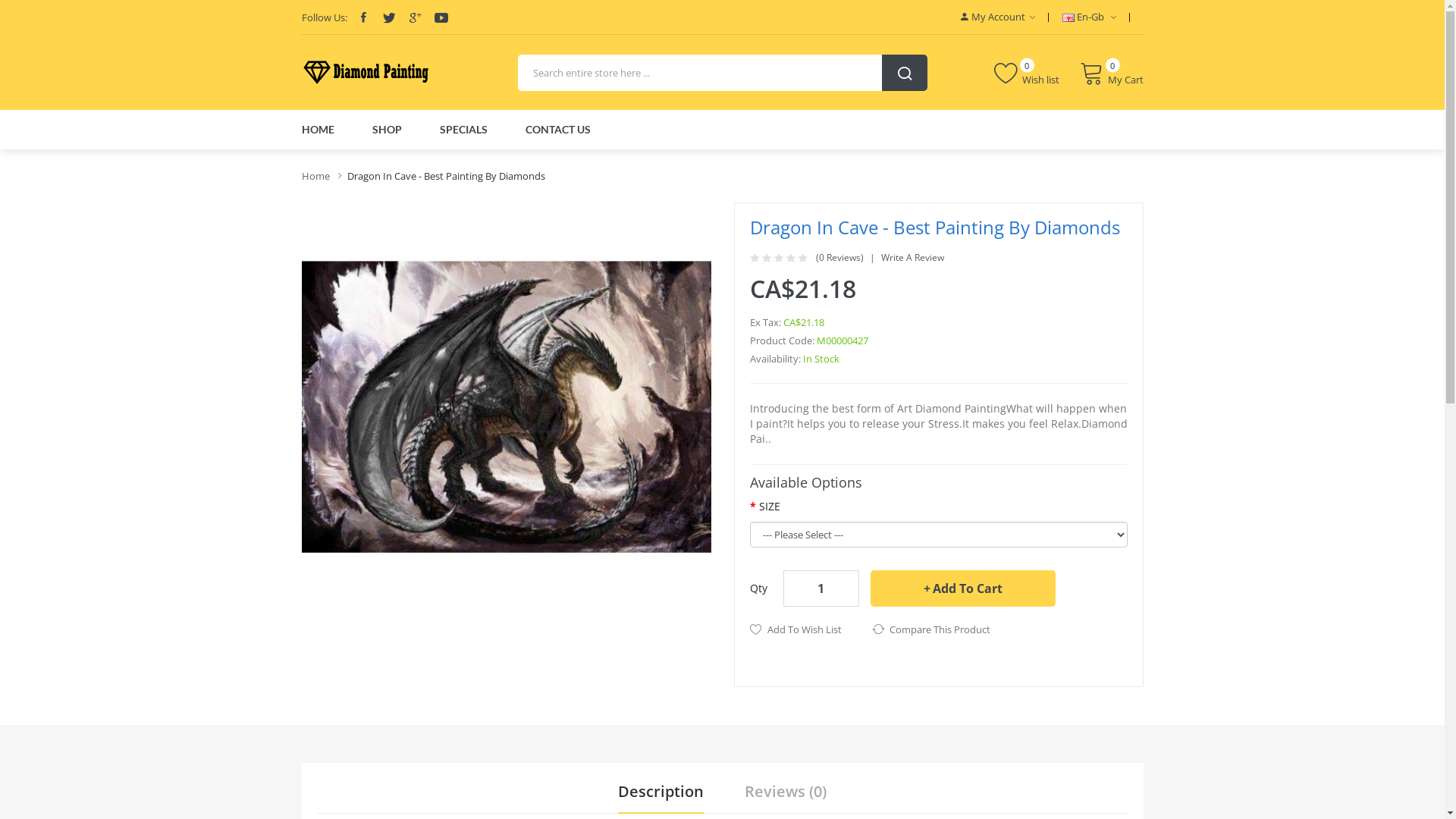 This screenshot has height=819, width=1456. Describe the element at coordinates (962, 587) in the screenshot. I see `'Add To Cart'` at that location.